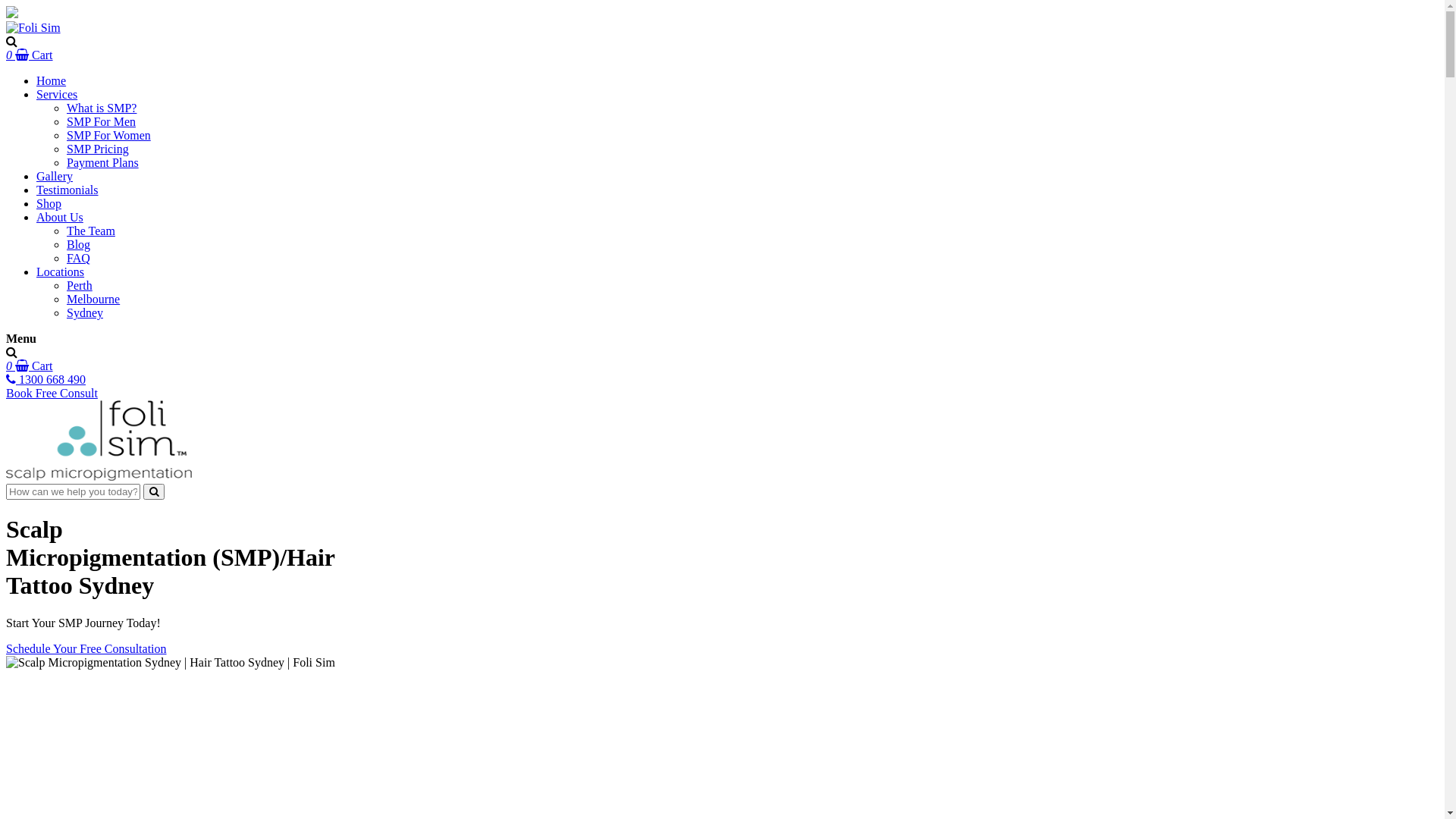  I want to click on 'SMP Pricing', so click(97, 149).